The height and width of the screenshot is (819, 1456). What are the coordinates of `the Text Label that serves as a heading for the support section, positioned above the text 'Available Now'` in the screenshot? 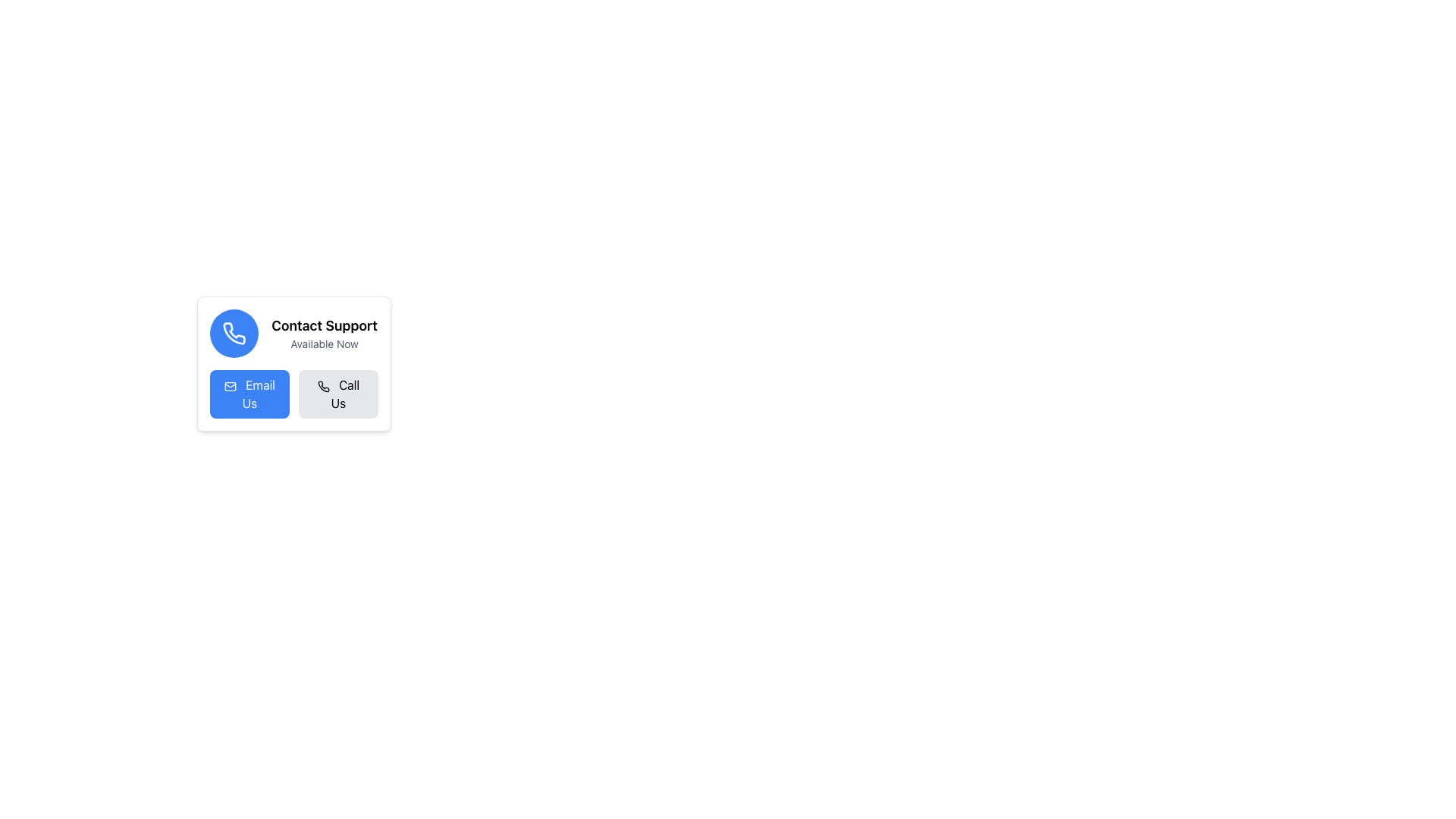 It's located at (323, 325).